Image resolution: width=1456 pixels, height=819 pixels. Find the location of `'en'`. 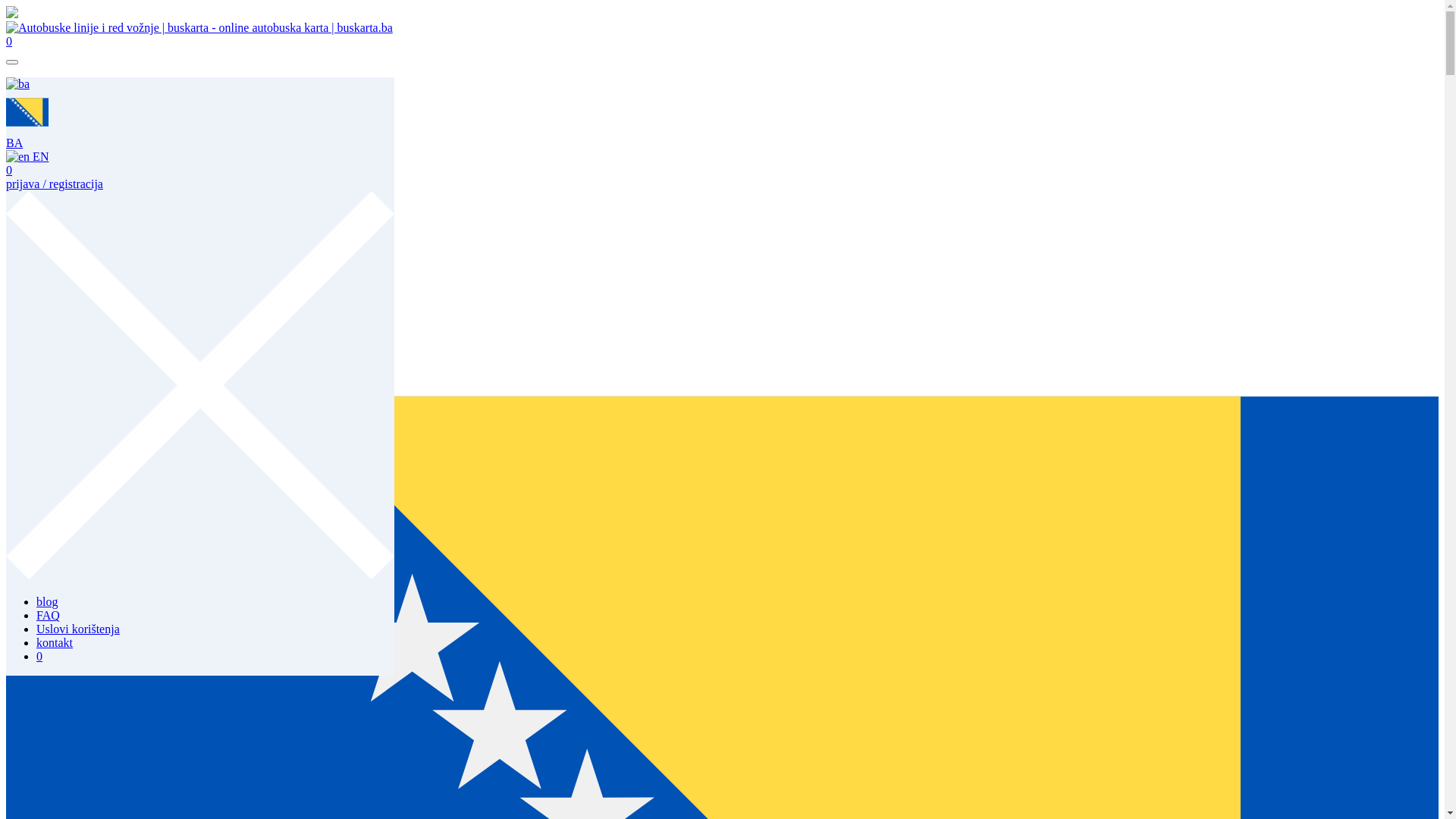

'en' is located at coordinates (17, 157).